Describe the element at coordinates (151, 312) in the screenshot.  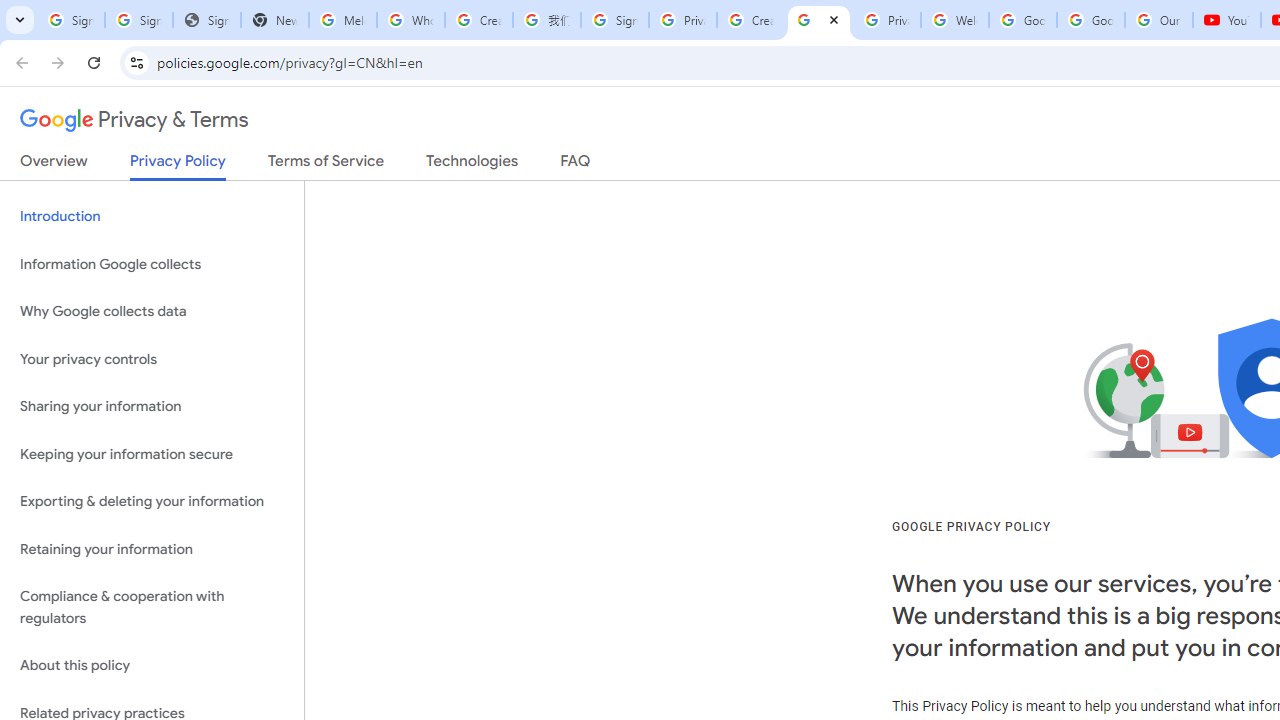
I see `'Why Google collects data'` at that location.